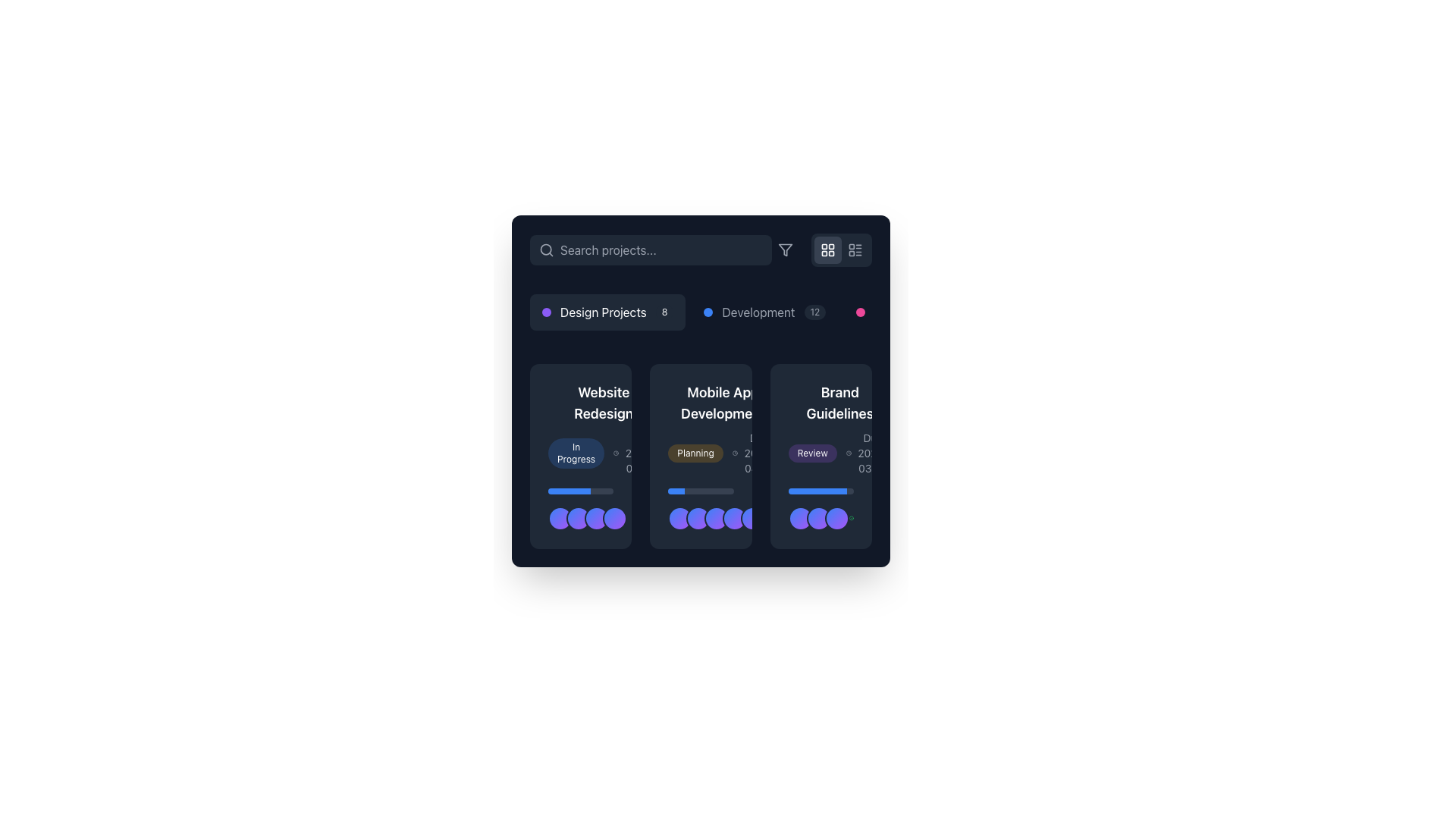 The height and width of the screenshot is (819, 1456). What do you see at coordinates (580, 517) in the screenshot?
I see `the third avatar` at bounding box center [580, 517].